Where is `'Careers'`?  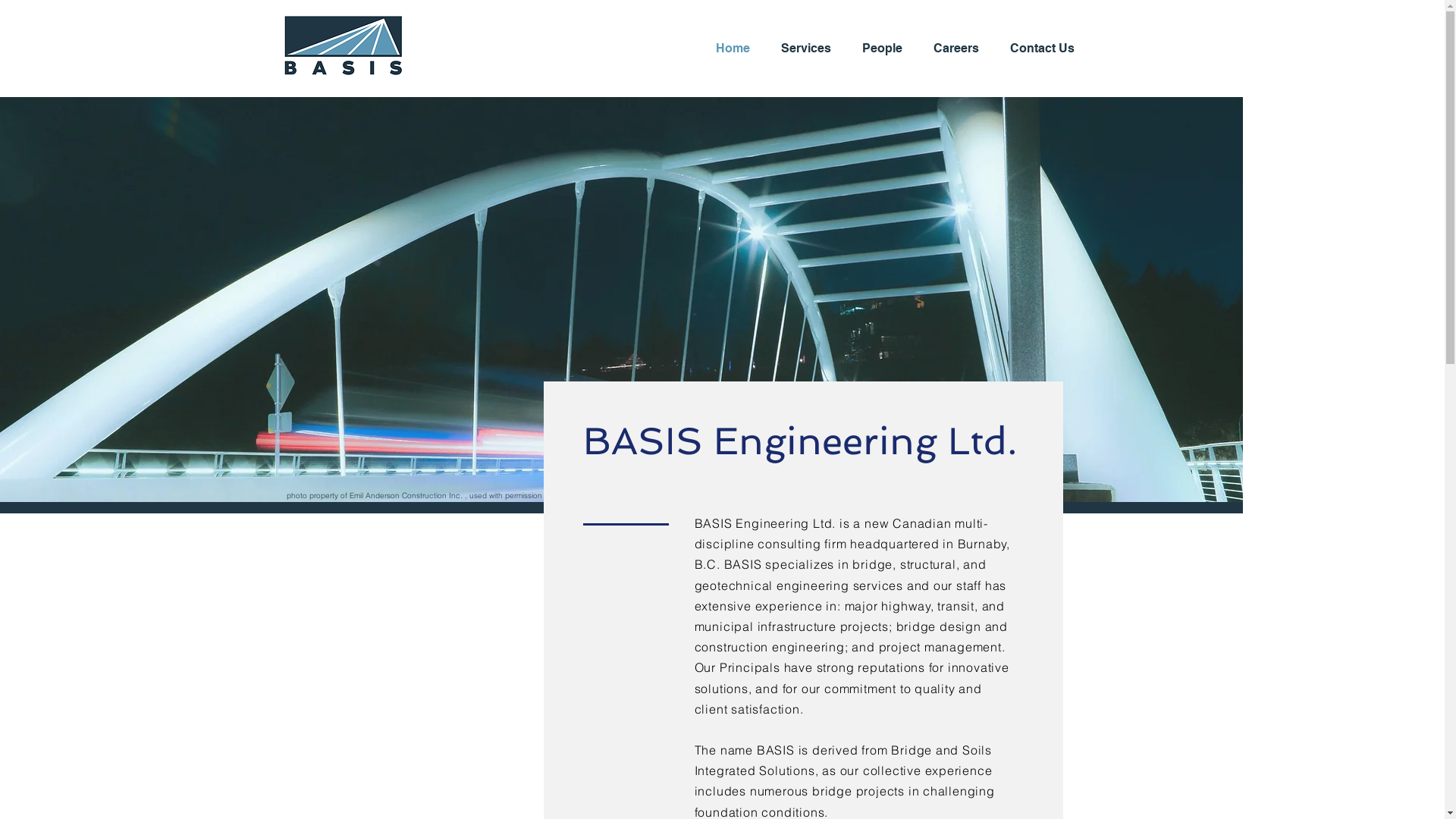
'Careers' is located at coordinates (959, 48).